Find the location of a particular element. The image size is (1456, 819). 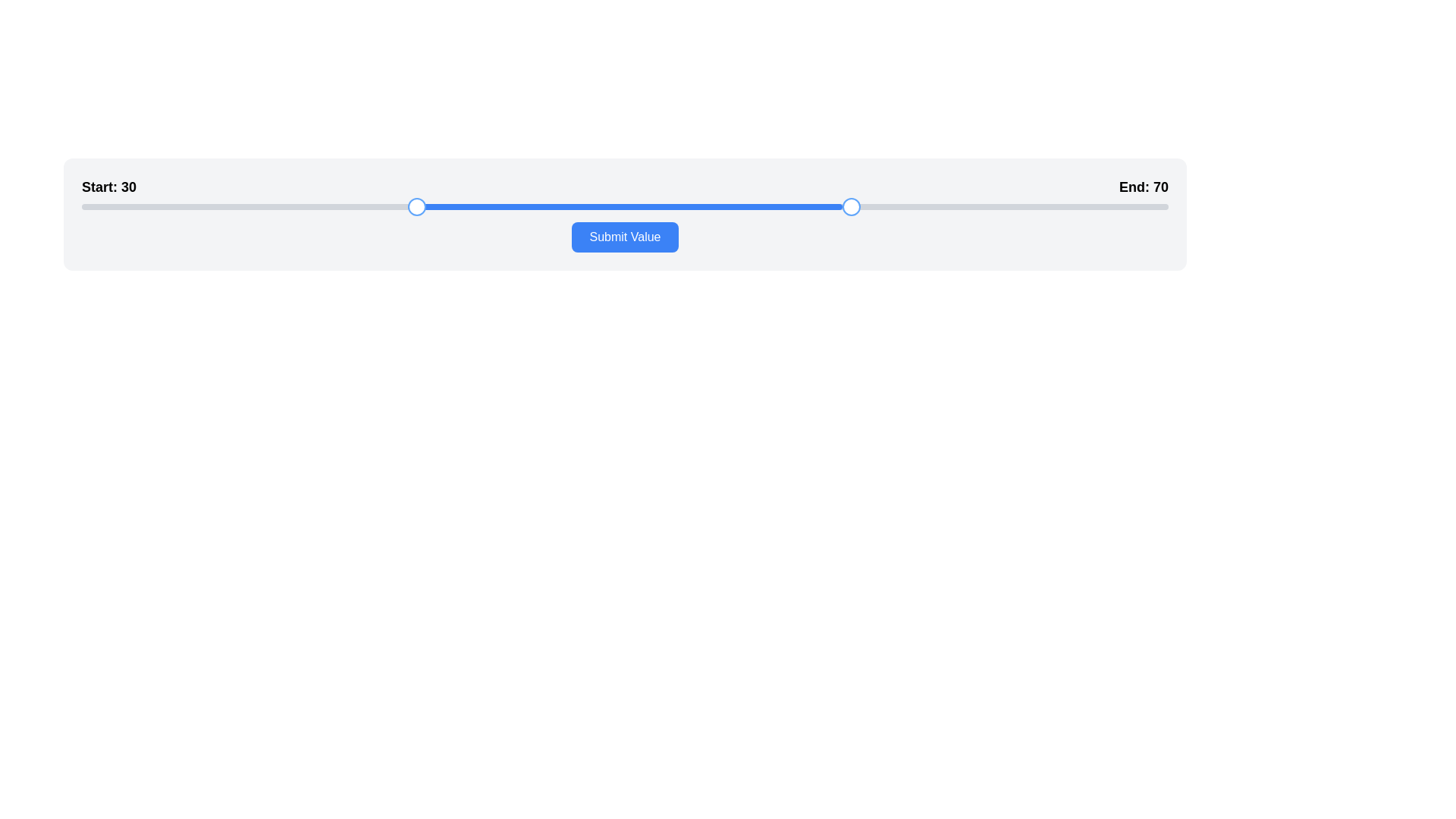

slider position is located at coordinates (359, 207).